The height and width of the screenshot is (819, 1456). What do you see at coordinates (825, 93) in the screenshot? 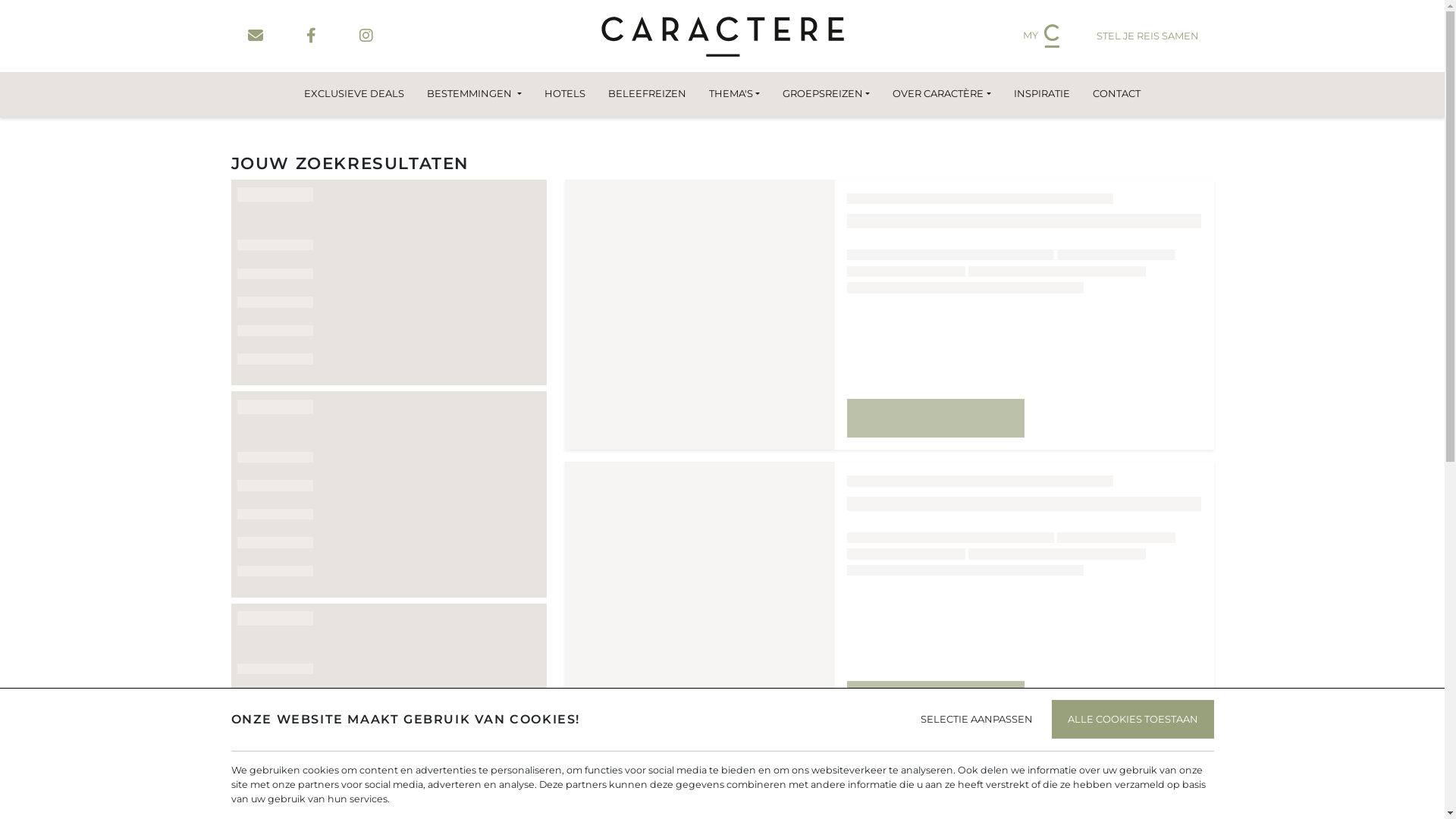
I see `'GROEPSREIZEN'` at bounding box center [825, 93].